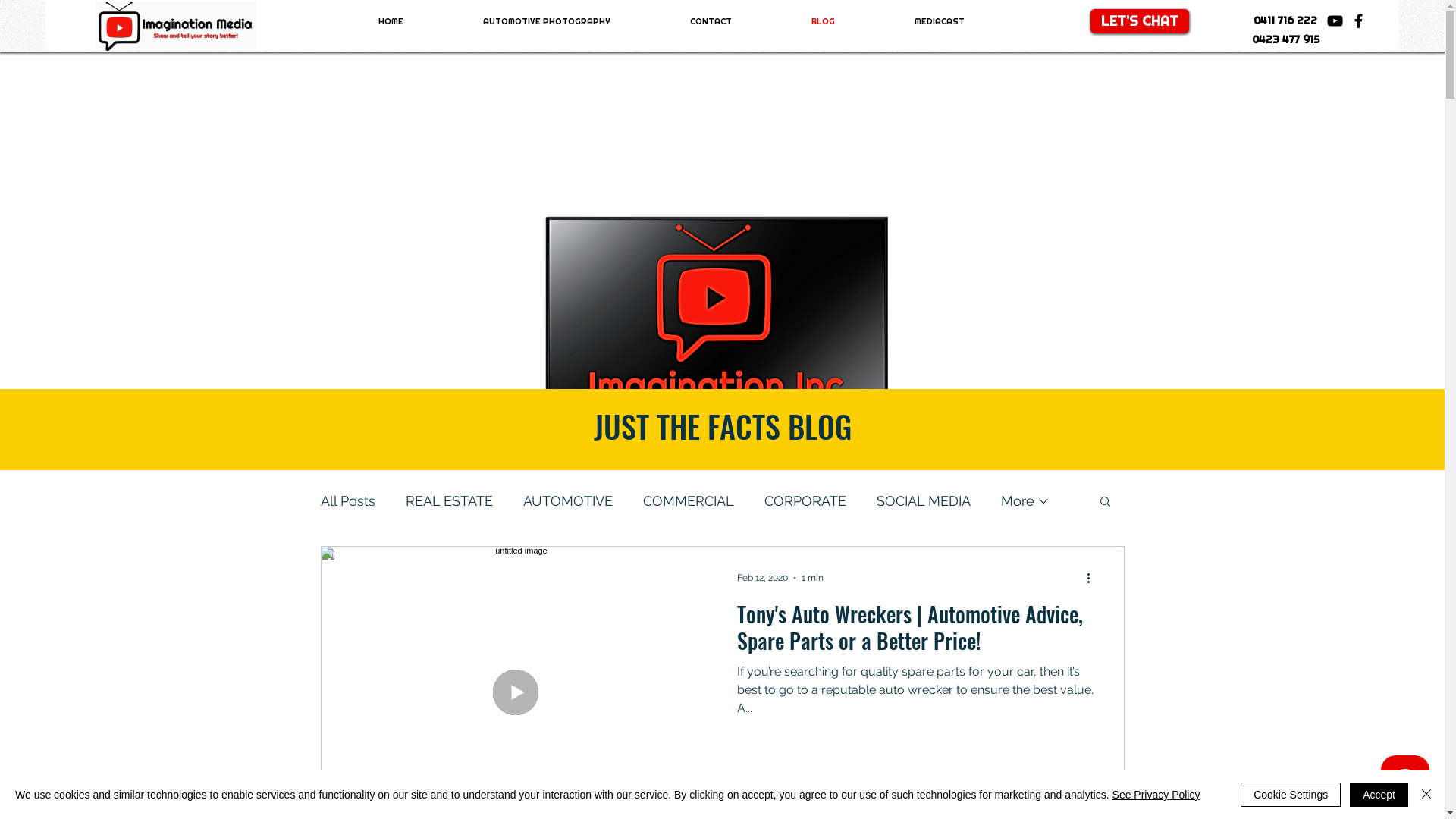 This screenshot has width=1456, height=819. I want to click on 'BLOG', so click(822, 20).